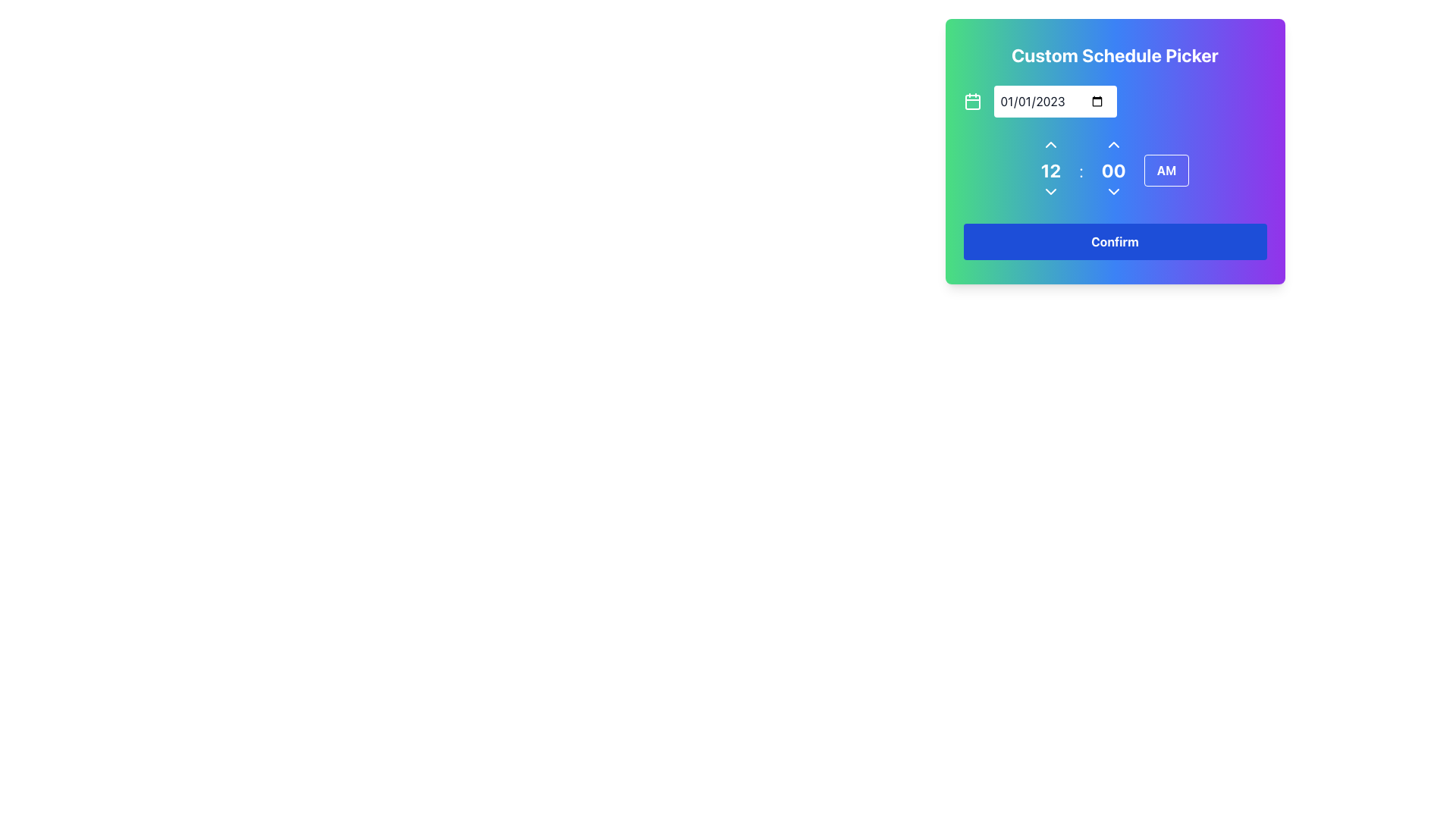 This screenshot has height=819, width=1456. I want to click on the calendar icon component, which is a rounded rectangle with dimensions 18x18 and a corner radius of 2 units, located near the top left corner of the date input field in the custom schedule picker widget, so click(972, 102).